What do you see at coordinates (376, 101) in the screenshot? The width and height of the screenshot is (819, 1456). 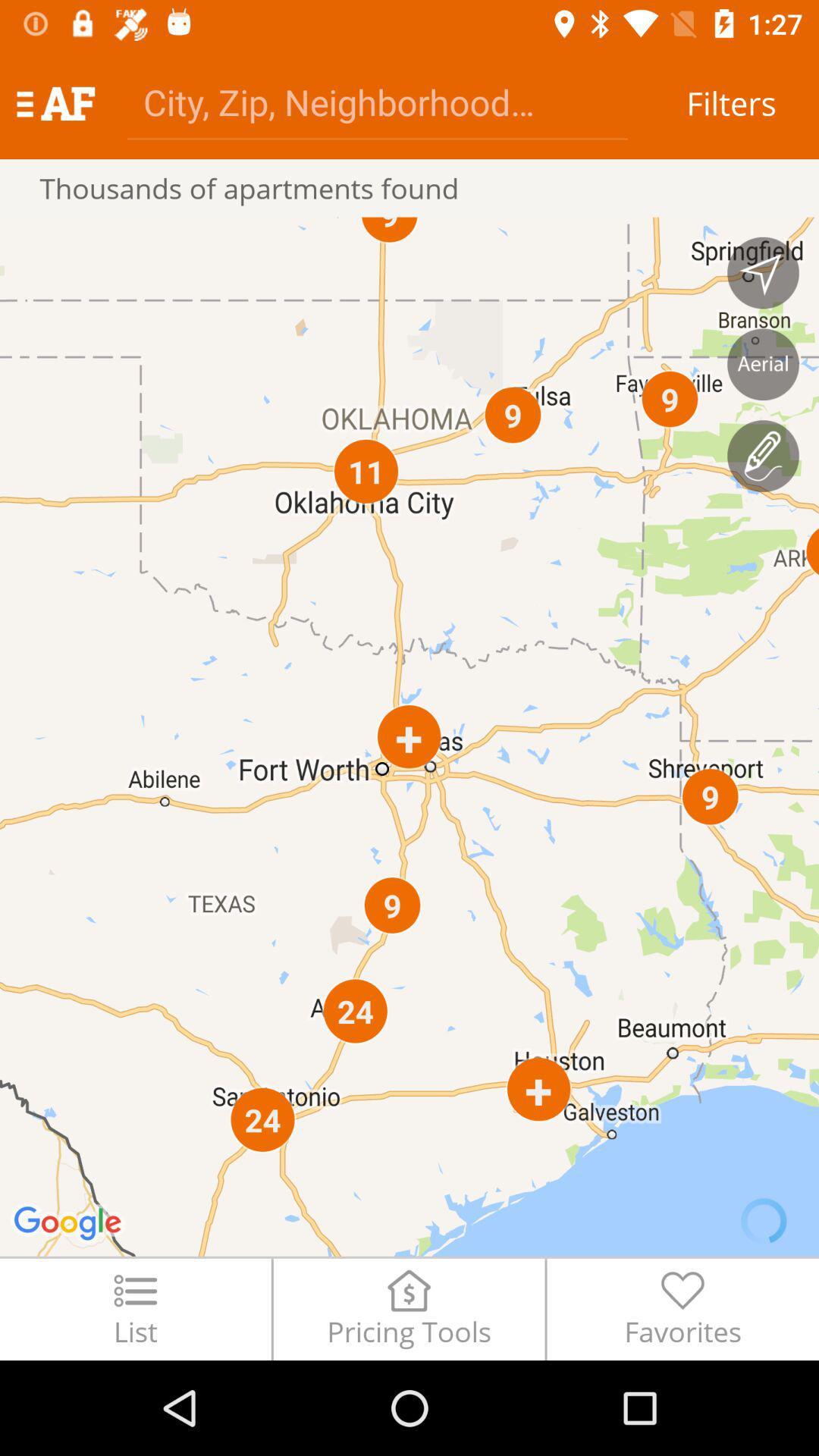 I see `the item next to filters icon` at bounding box center [376, 101].